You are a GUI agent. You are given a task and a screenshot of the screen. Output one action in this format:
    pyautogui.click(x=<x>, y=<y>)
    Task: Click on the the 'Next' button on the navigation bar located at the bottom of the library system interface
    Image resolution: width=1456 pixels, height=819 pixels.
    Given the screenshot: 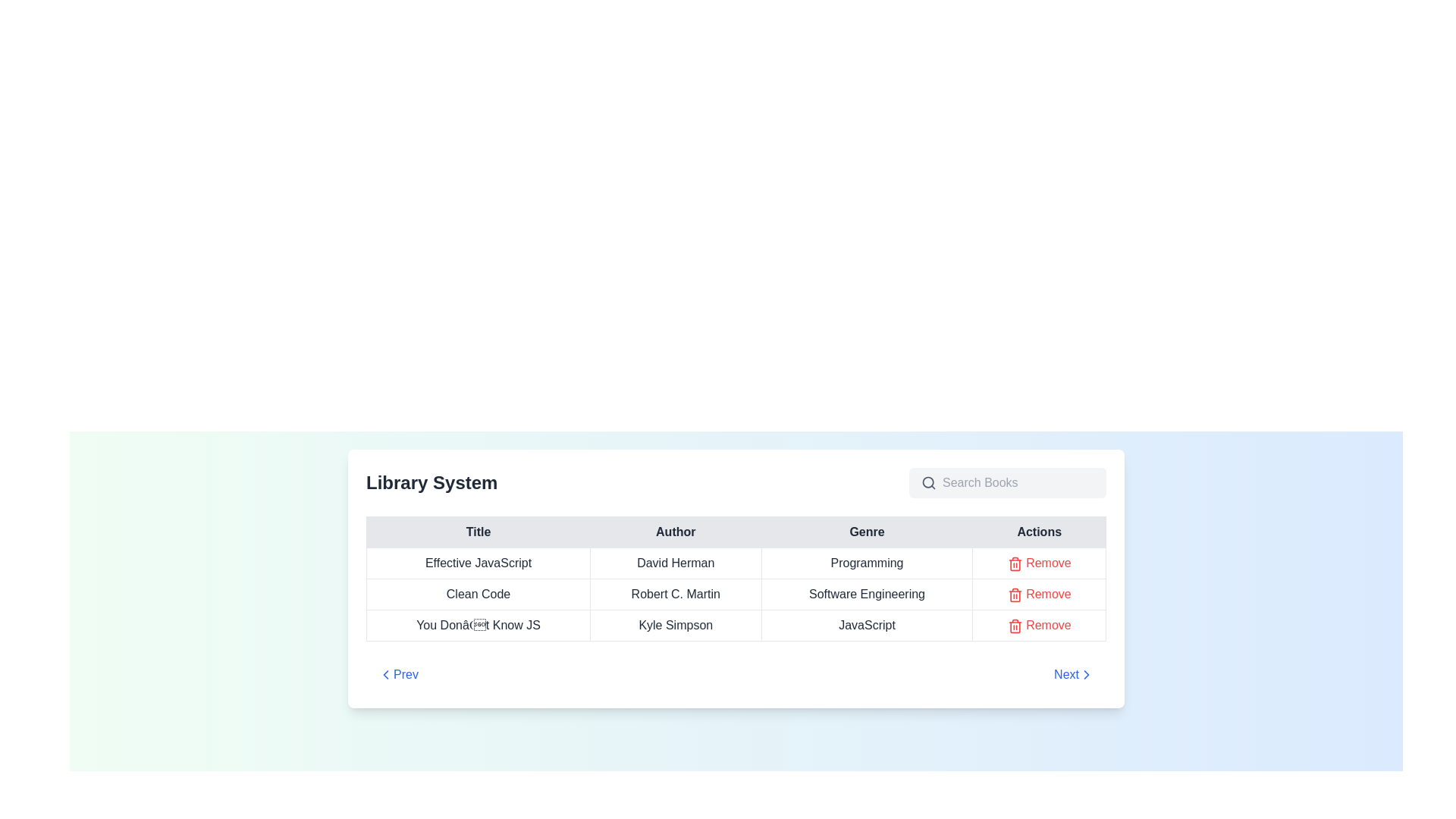 What is the action you would take?
    pyautogui.click(x=736, y=674)
    